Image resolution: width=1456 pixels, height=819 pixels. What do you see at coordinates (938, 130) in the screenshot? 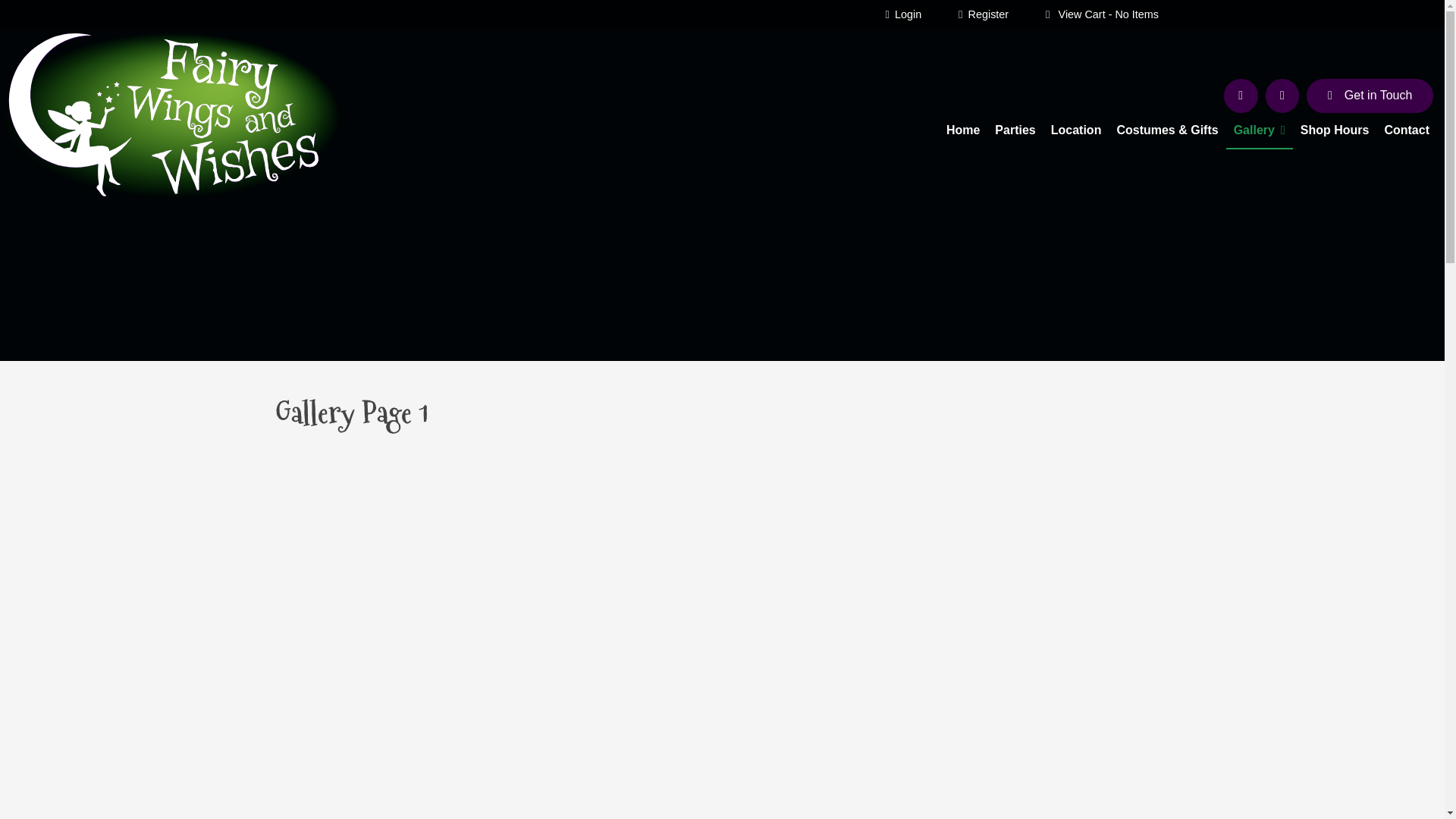
I see `'Home'` at bounding box center [938, 130].